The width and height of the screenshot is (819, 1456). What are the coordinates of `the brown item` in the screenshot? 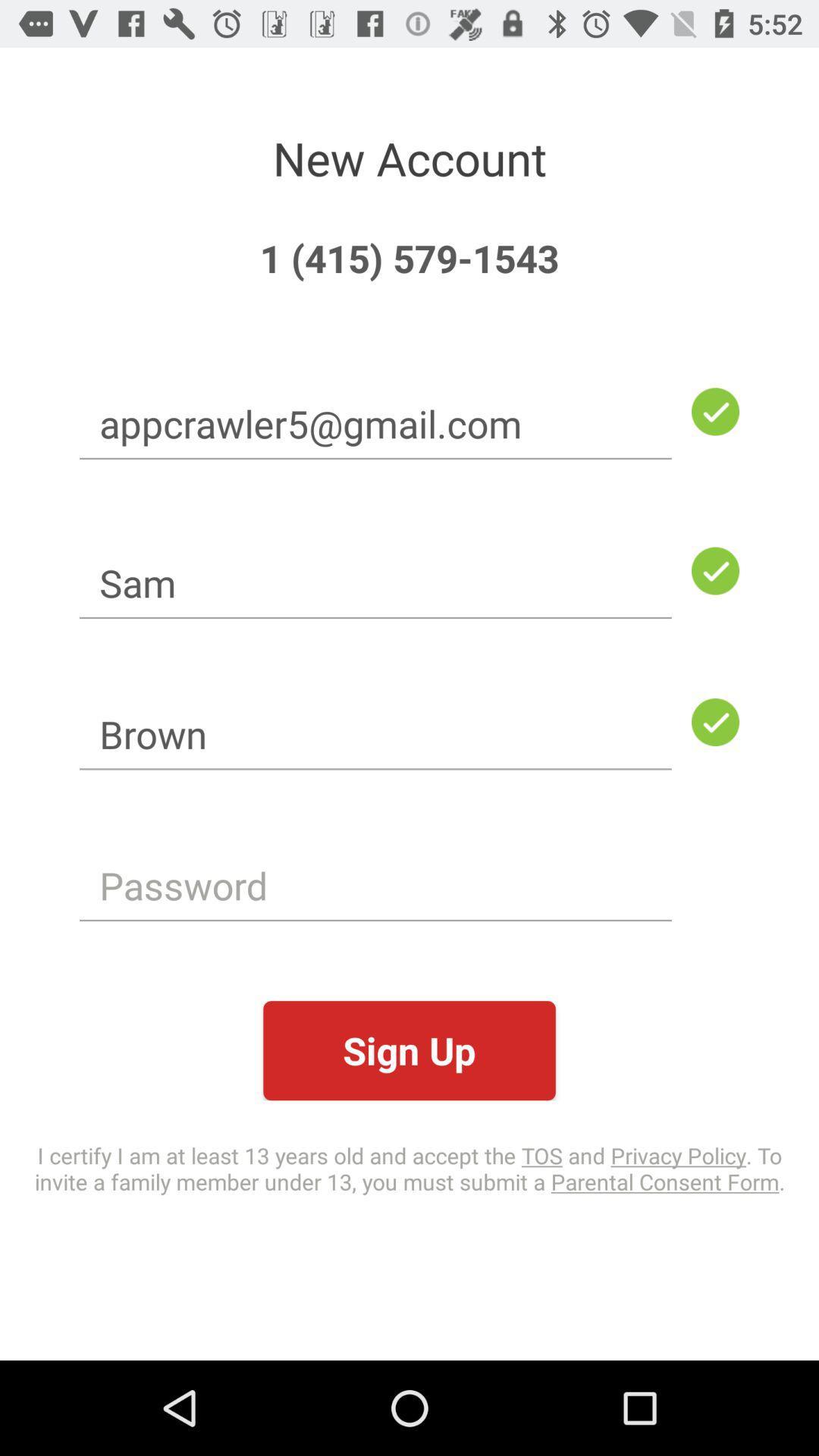 It's located at (375, 734).